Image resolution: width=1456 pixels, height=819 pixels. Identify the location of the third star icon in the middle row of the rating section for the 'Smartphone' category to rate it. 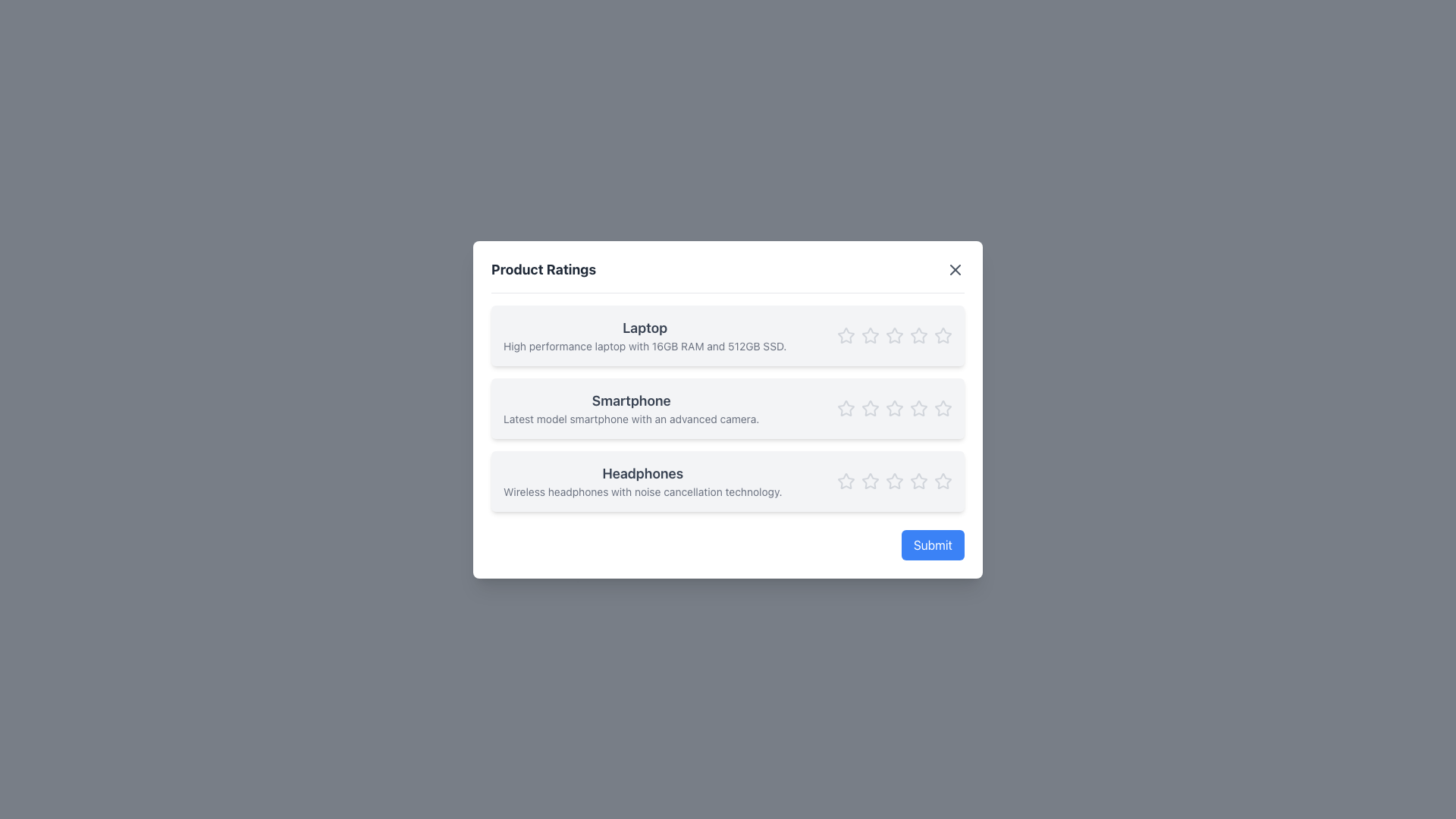
(894, 406).